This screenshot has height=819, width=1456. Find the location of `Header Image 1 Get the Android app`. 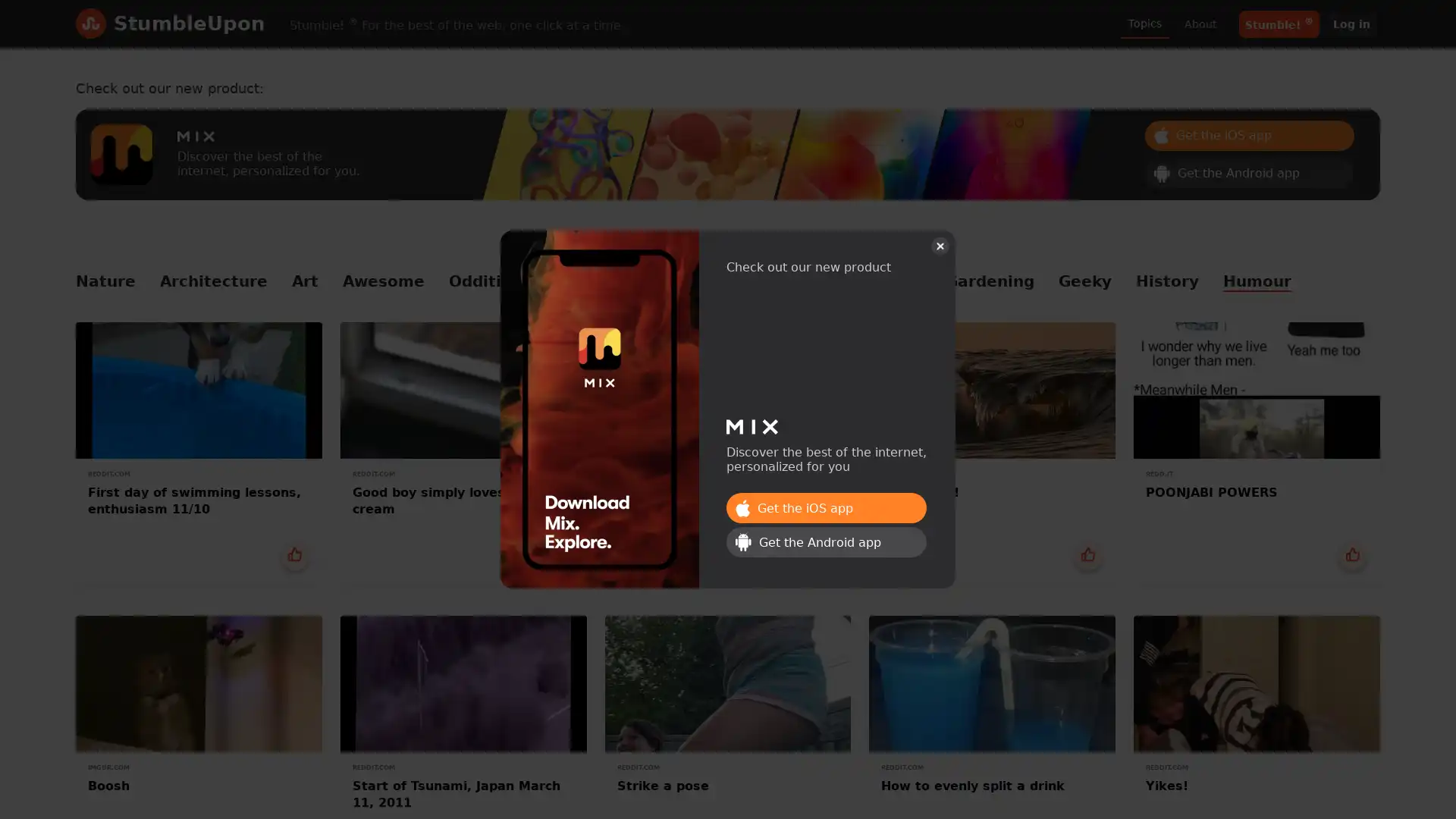

Header Image 1 Get the Android app is located at coordinates (1249, 171).